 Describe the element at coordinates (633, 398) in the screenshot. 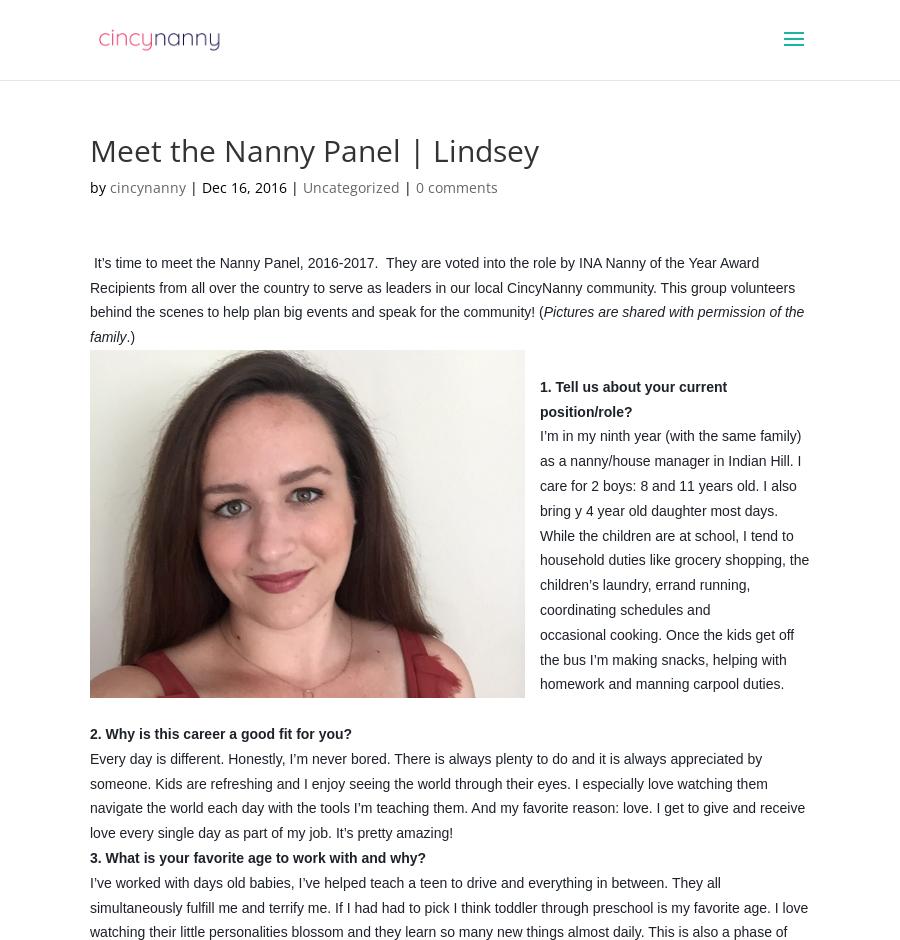

I see `'1. Tell us about your current position/role?'` at that location.